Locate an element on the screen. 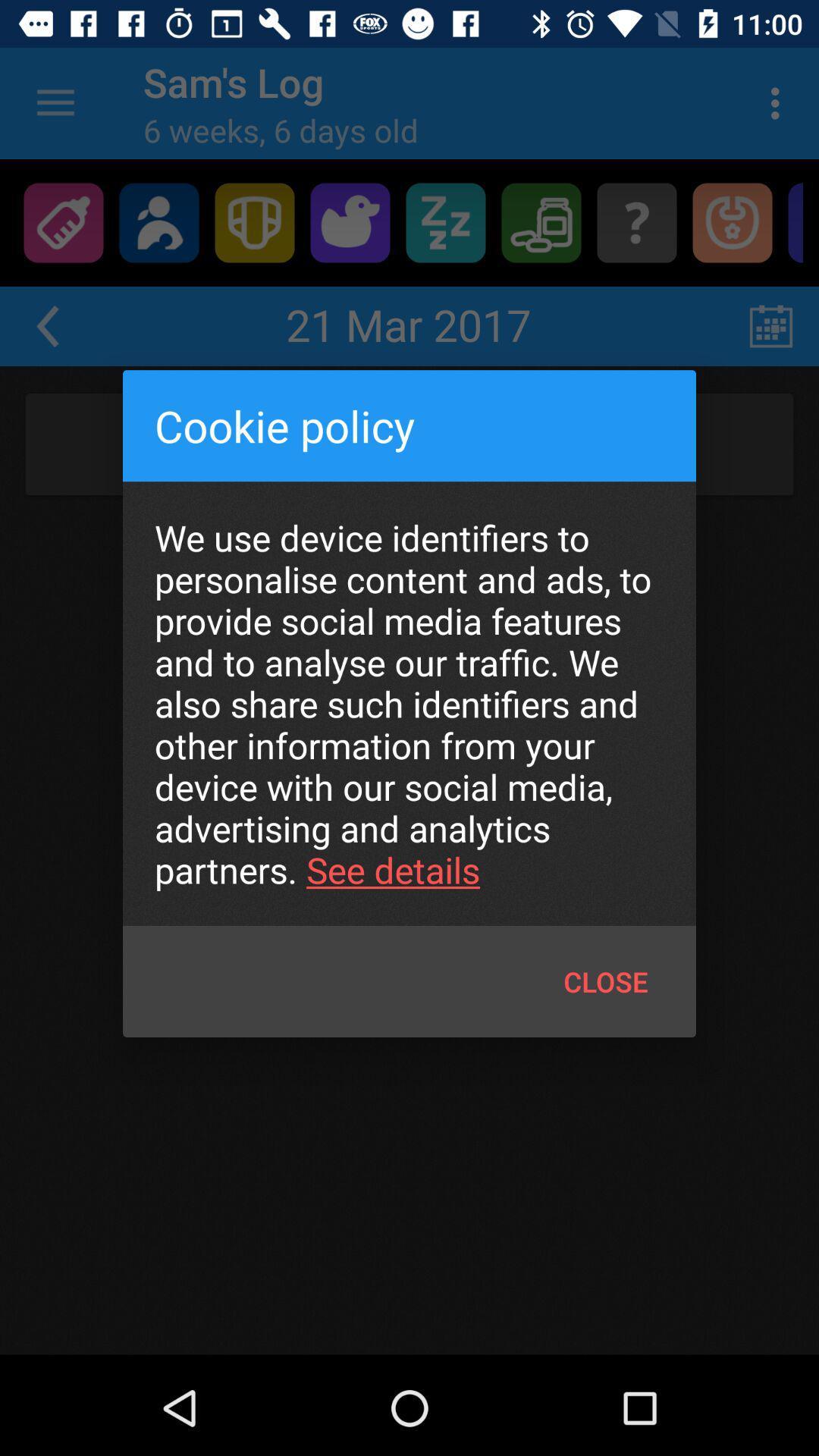 The width and height of the screenshot is (819, 1456). the icon above the close icon is located at coordinates (409, 703).